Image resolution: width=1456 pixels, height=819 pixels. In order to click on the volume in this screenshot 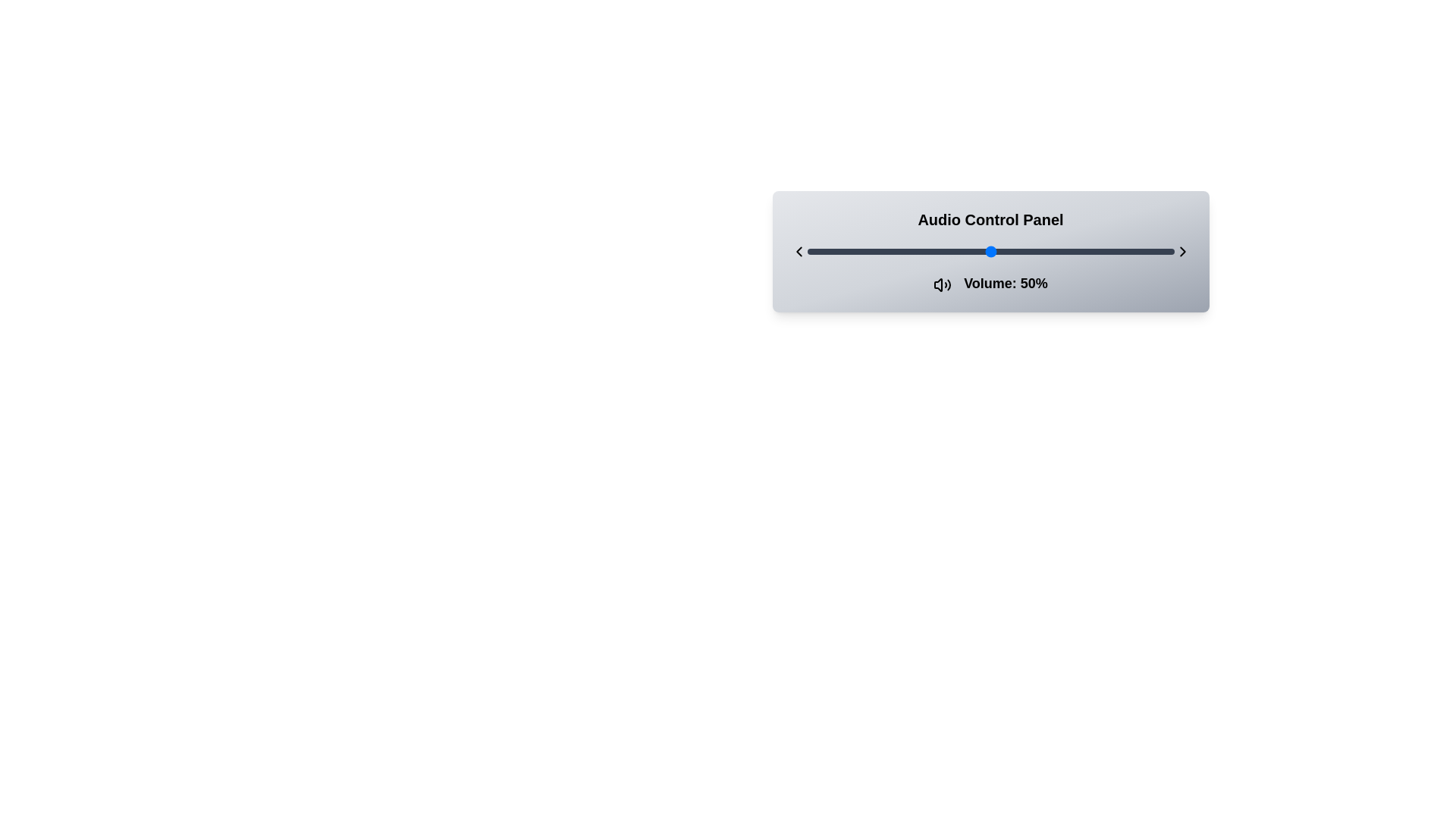, I will do `click(968, 250)`.